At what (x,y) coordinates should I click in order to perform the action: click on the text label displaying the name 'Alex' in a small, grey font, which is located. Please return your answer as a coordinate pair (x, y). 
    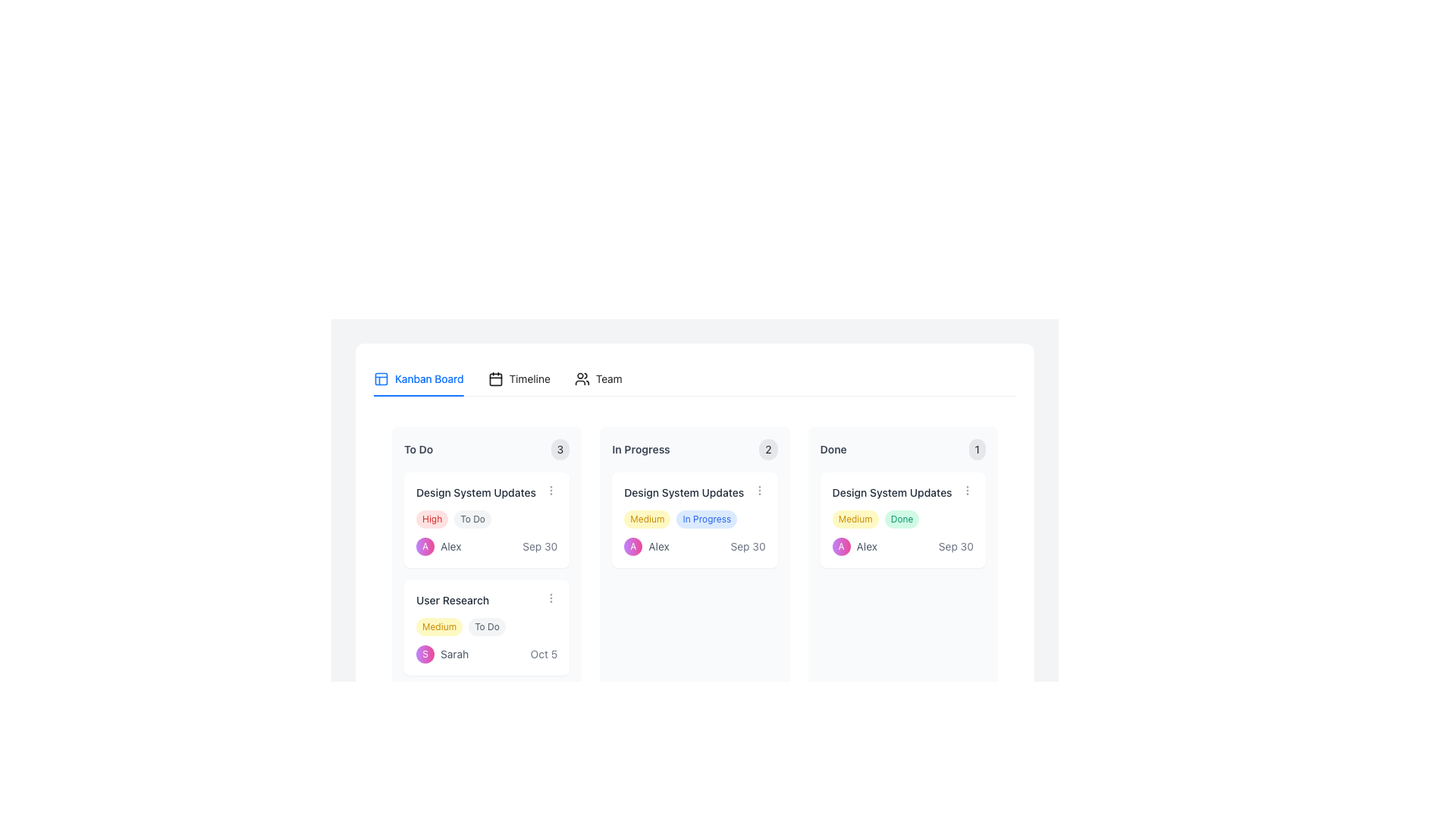
    Looking at the image, I should click on (658, 547).